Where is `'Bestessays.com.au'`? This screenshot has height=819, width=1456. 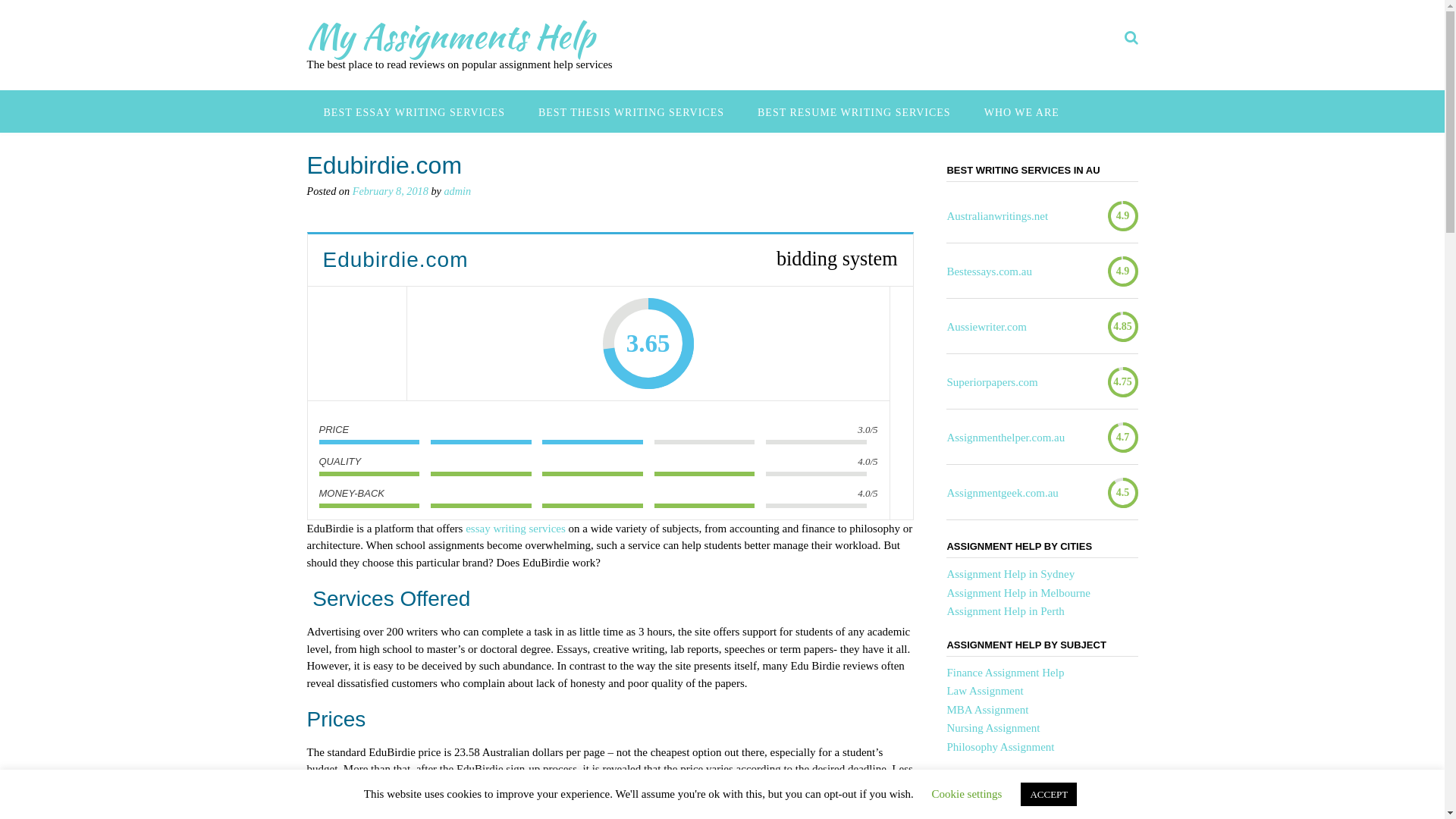 'Bestessays.com.au' is located at coordinates (989, 271).